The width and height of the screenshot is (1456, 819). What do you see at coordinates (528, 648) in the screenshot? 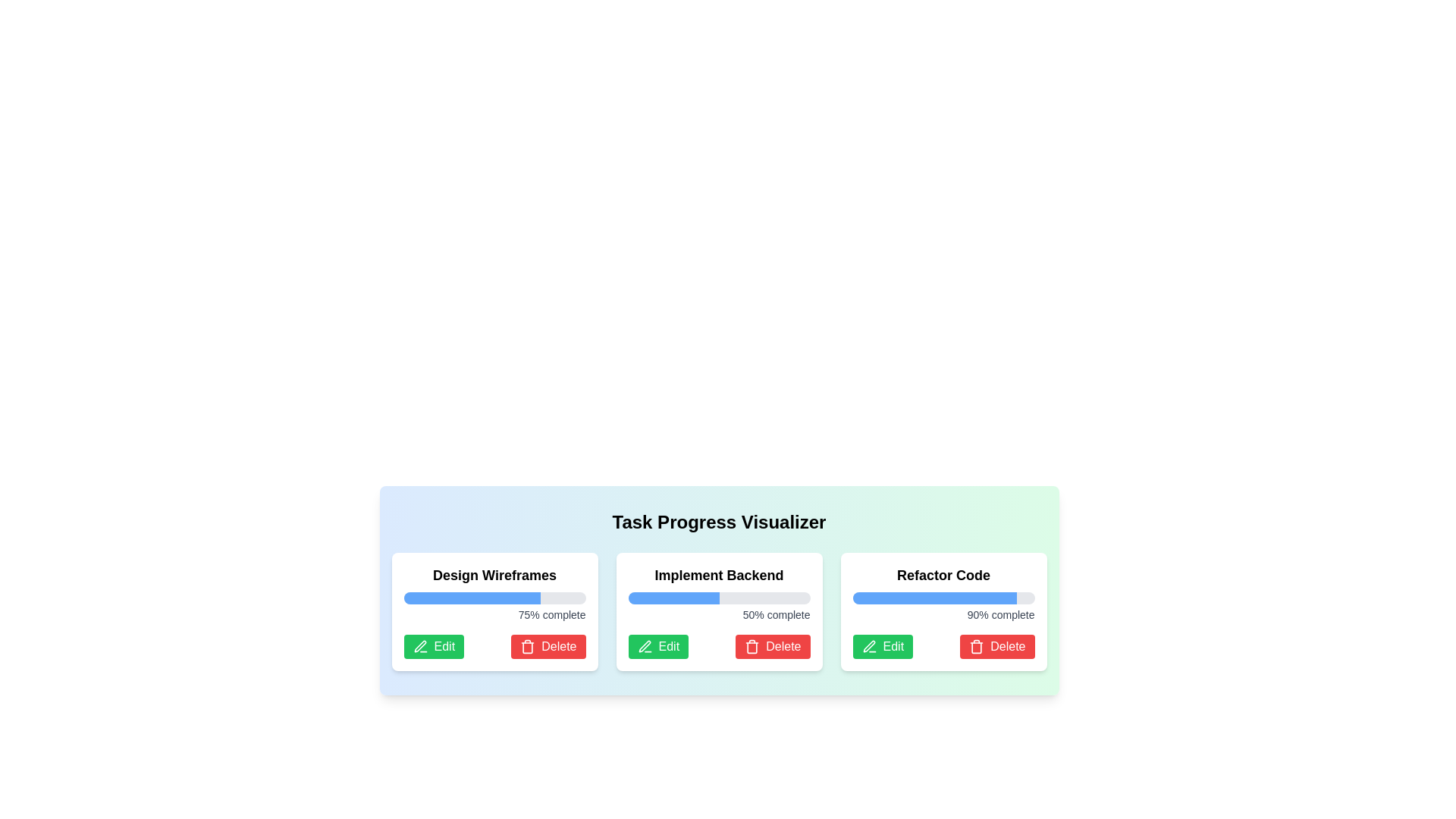
I see `the minimalist outline trash can icon located inside the 'Delete' button below the task titled 'Design Wireframes'` at bounding box center [528, 648].